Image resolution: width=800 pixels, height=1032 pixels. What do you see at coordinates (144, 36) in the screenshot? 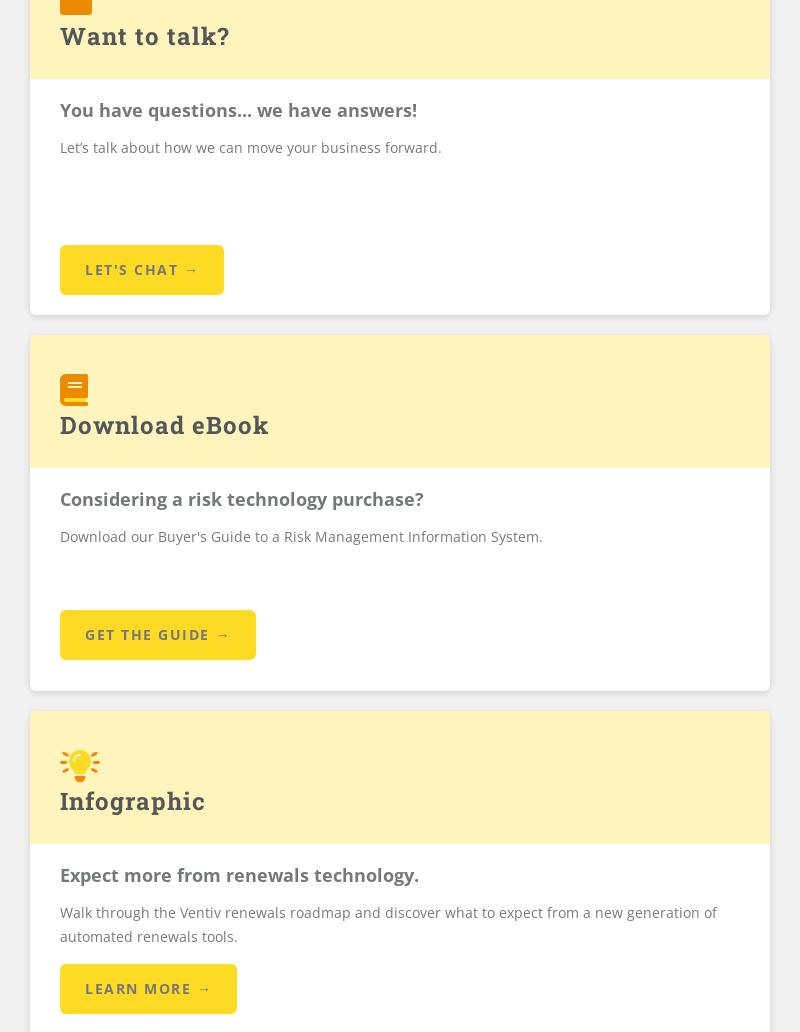
I see `'Want to talk?'` at bounding box center [144, 36].